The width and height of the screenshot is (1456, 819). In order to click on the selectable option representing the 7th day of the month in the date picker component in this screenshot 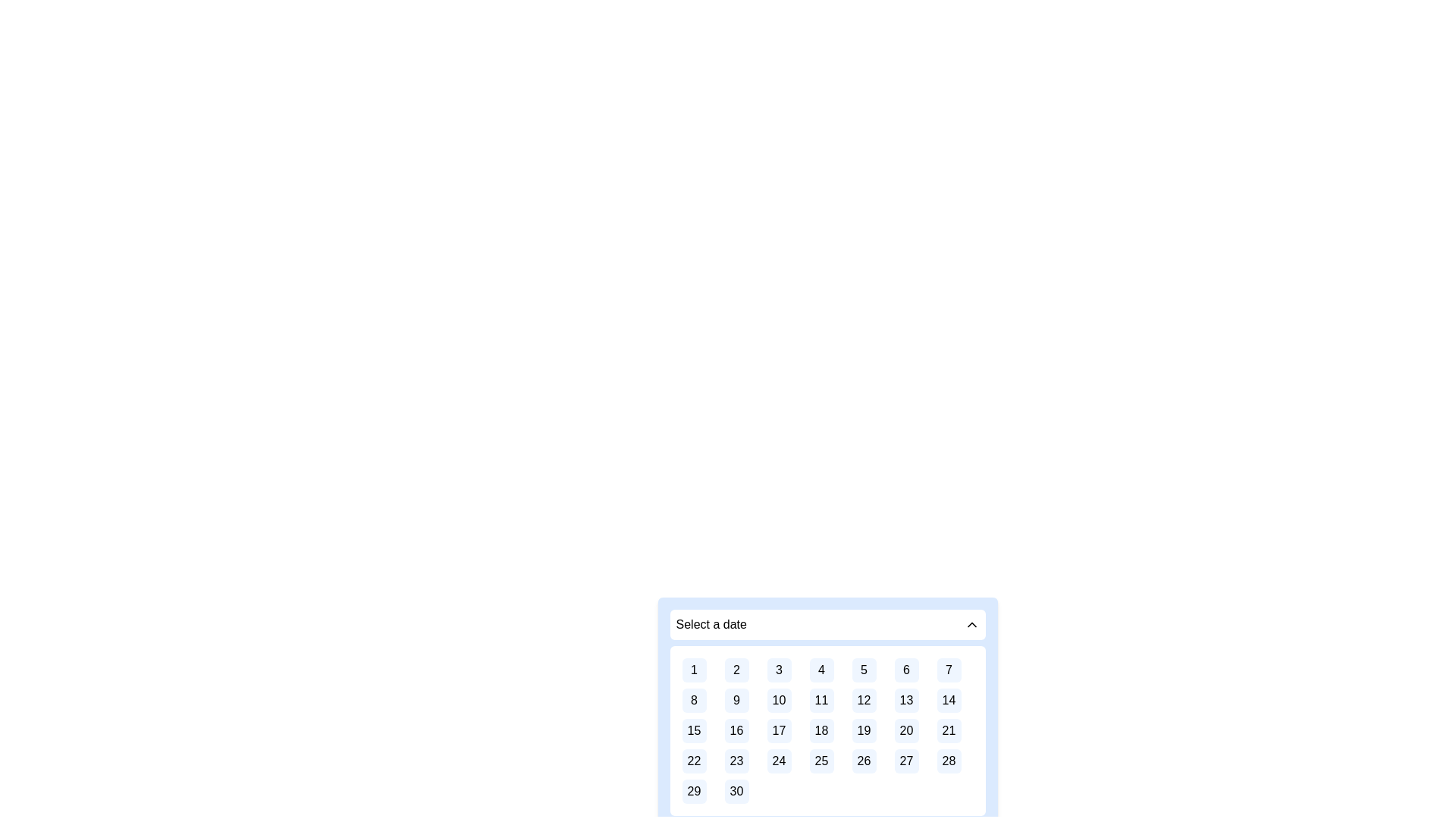, I will do `click(948, 669)`.